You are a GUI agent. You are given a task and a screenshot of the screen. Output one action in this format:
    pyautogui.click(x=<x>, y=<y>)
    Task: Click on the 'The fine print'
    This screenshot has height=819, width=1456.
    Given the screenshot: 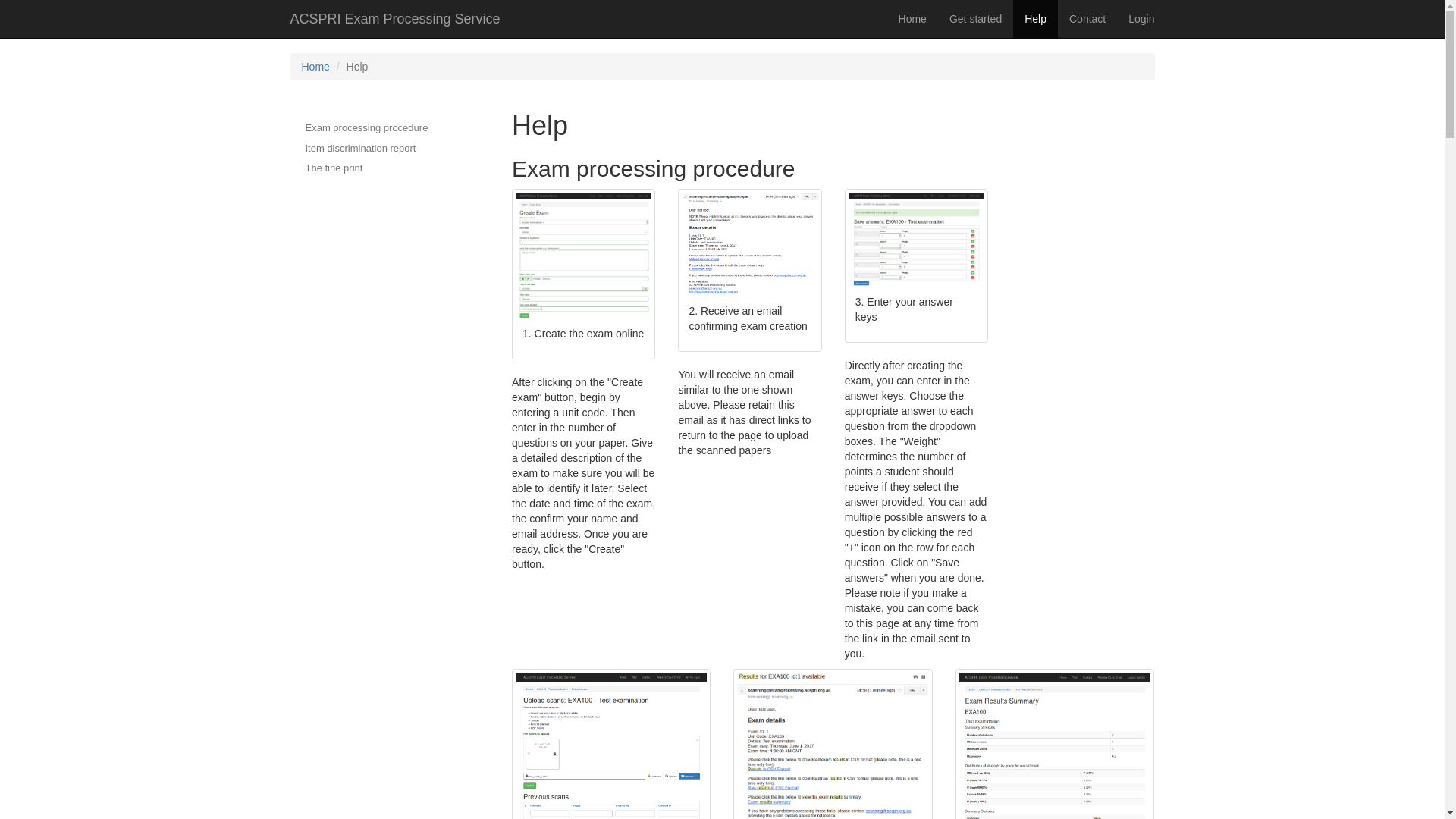 What is the action you would take?
    pyautogui.click(x=366, y=168)
    